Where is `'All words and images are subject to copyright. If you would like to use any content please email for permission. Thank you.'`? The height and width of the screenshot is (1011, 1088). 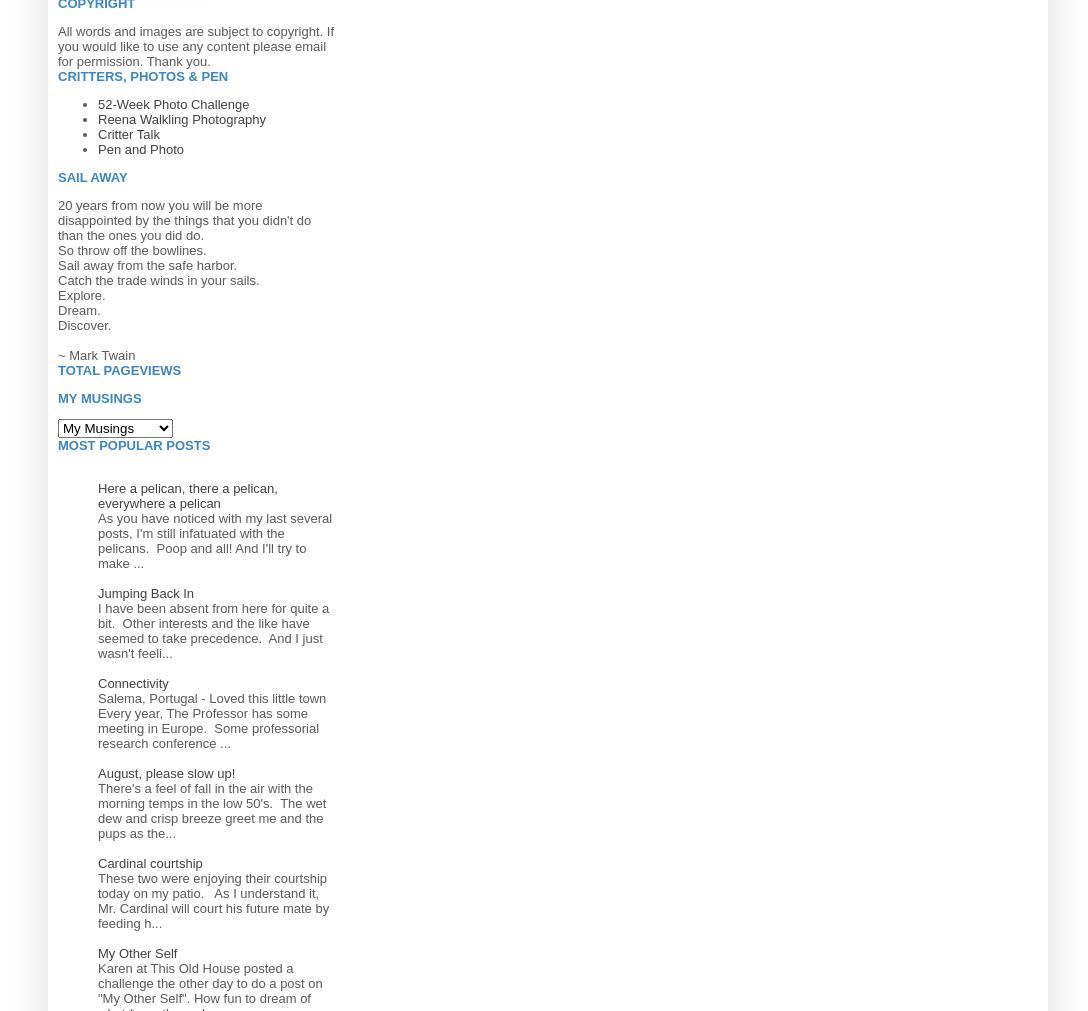 'All words and images are subject to copyright. If you would like to use any content please email for permission. Thank you.' is located at coordinates (194, 44).